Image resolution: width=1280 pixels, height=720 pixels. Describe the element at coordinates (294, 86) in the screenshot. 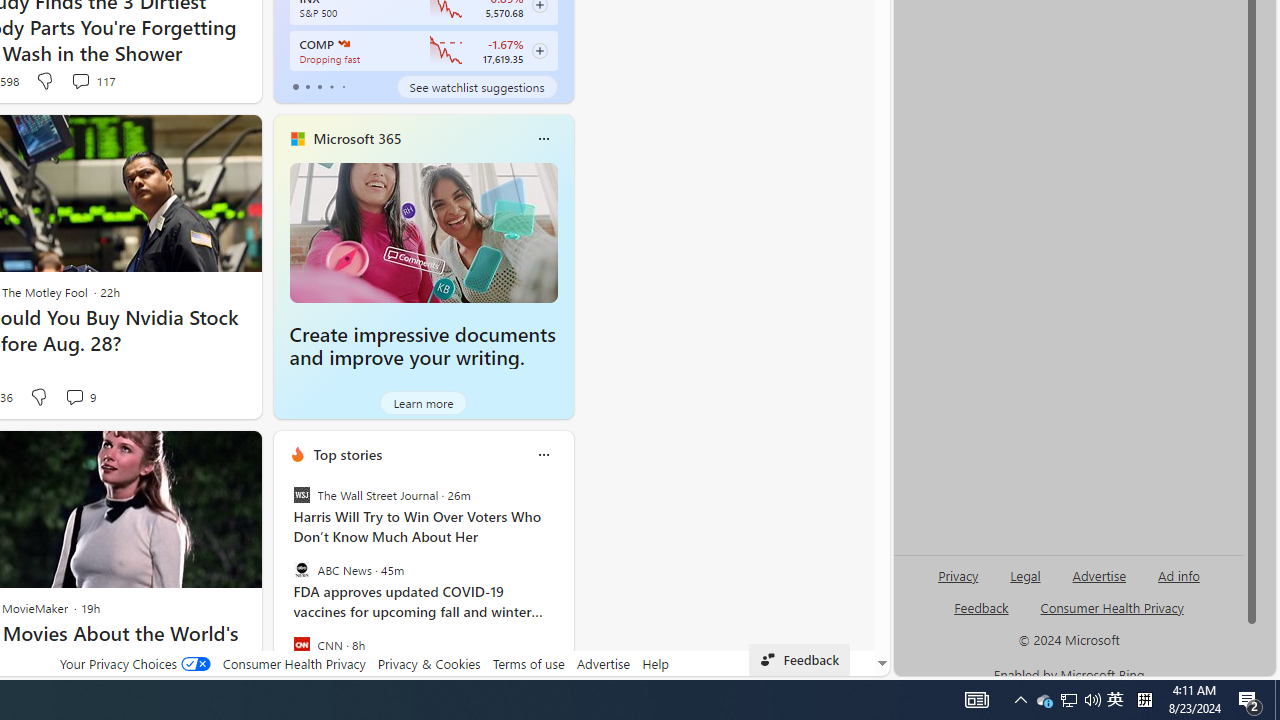

I see `'tab-0'` at that location.